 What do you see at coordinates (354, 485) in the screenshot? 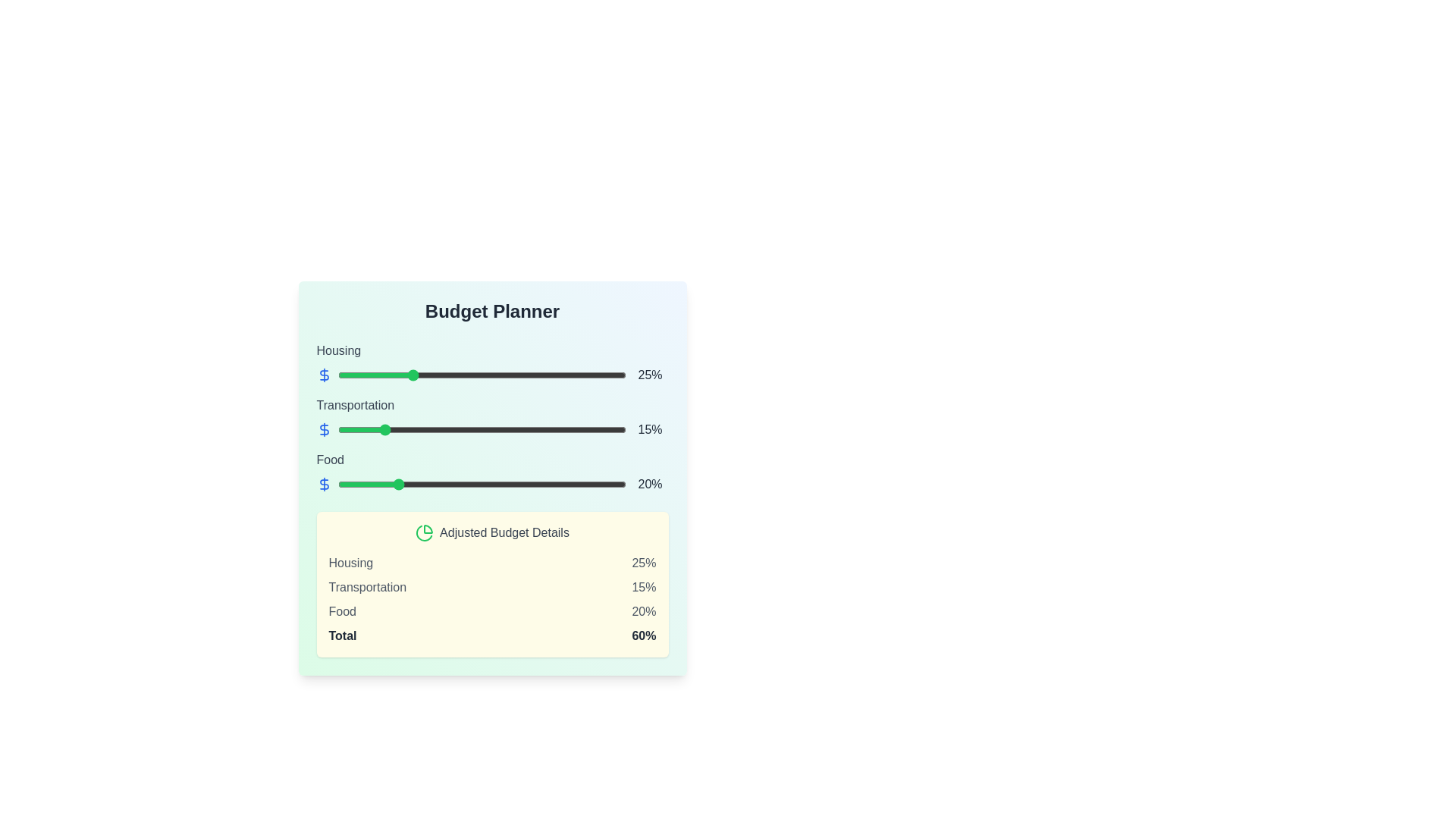
I see `the slider value` at bounding box center [354, 485].